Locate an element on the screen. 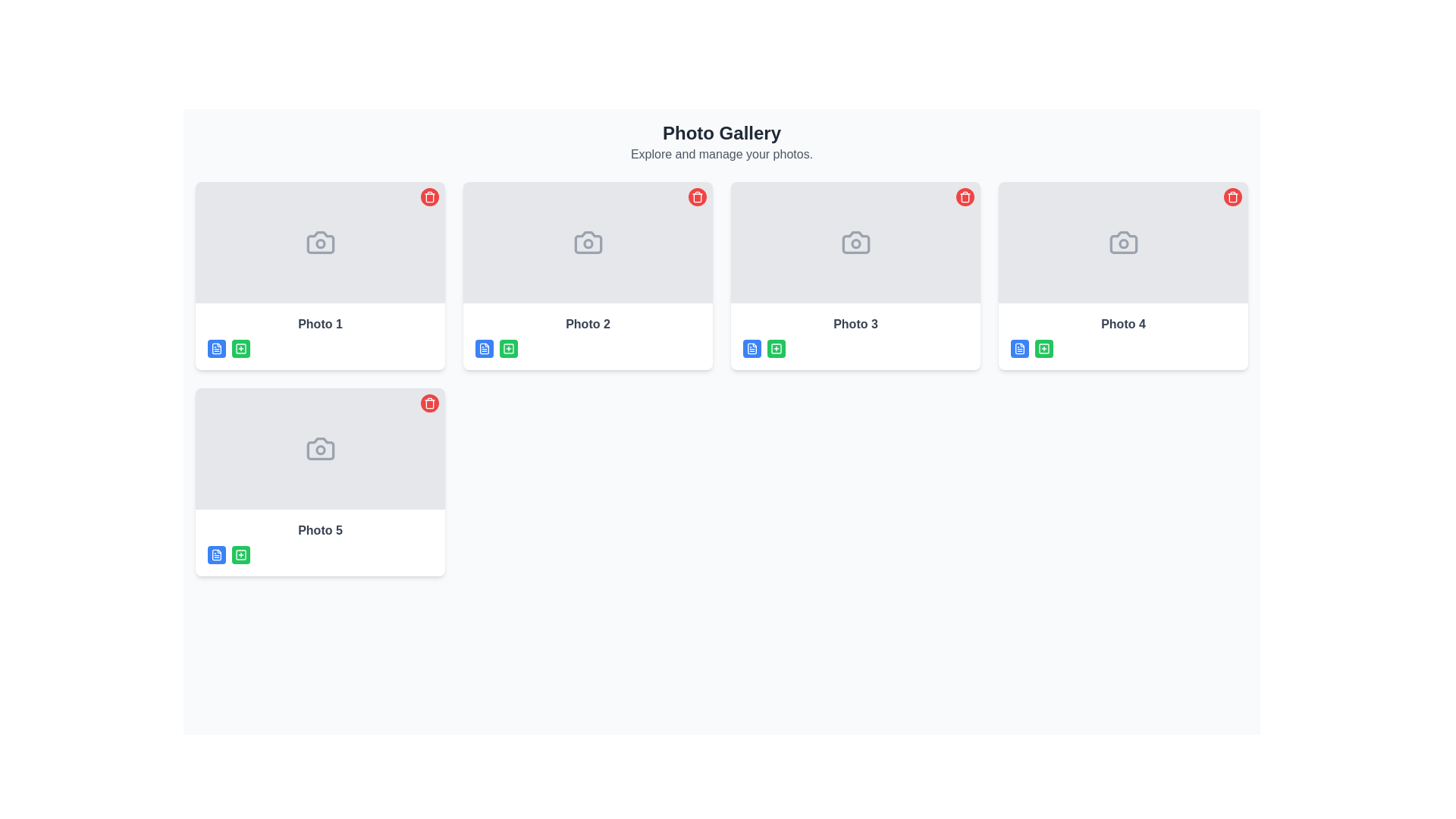  the icon button located at the bottom-left corner of the Photo 2 card is located at coordinates (483, 348).